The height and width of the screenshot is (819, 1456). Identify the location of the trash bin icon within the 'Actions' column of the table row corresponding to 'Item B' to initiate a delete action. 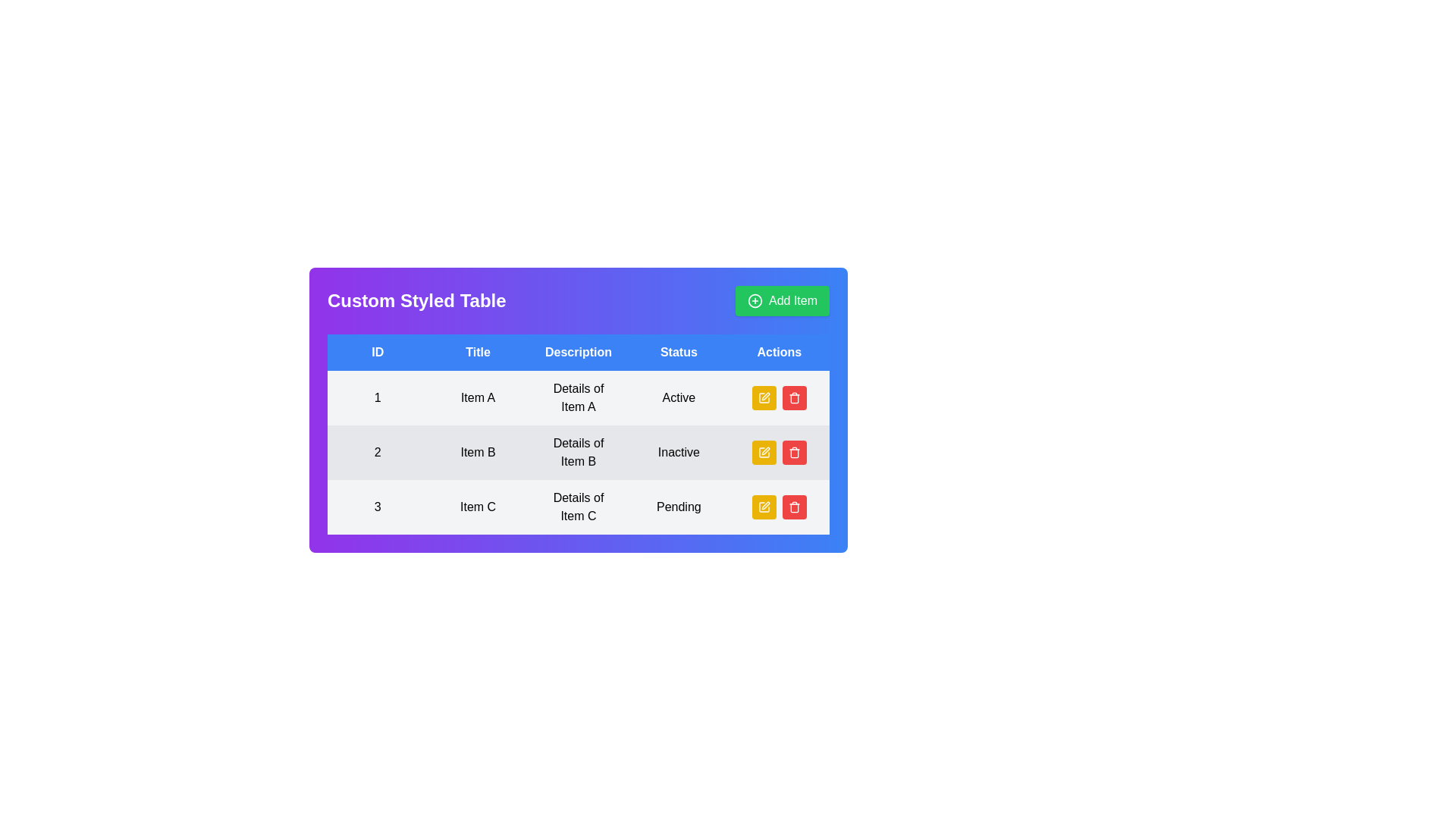
(793, 453).